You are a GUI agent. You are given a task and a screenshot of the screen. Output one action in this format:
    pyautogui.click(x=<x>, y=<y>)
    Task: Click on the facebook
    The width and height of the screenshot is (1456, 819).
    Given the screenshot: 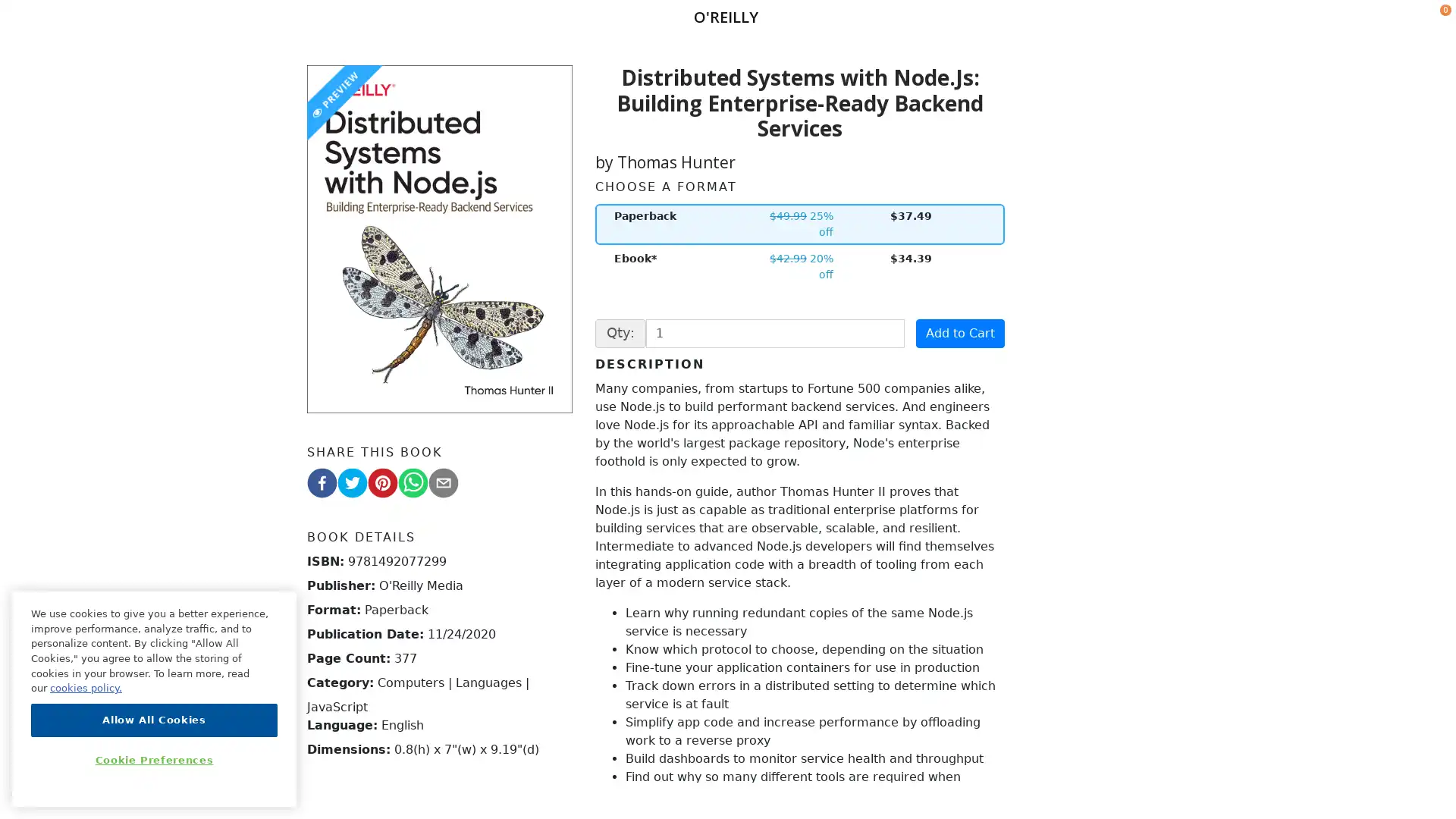 What is the action you would take?
    pyautogui.click(x=322, y=482)
    